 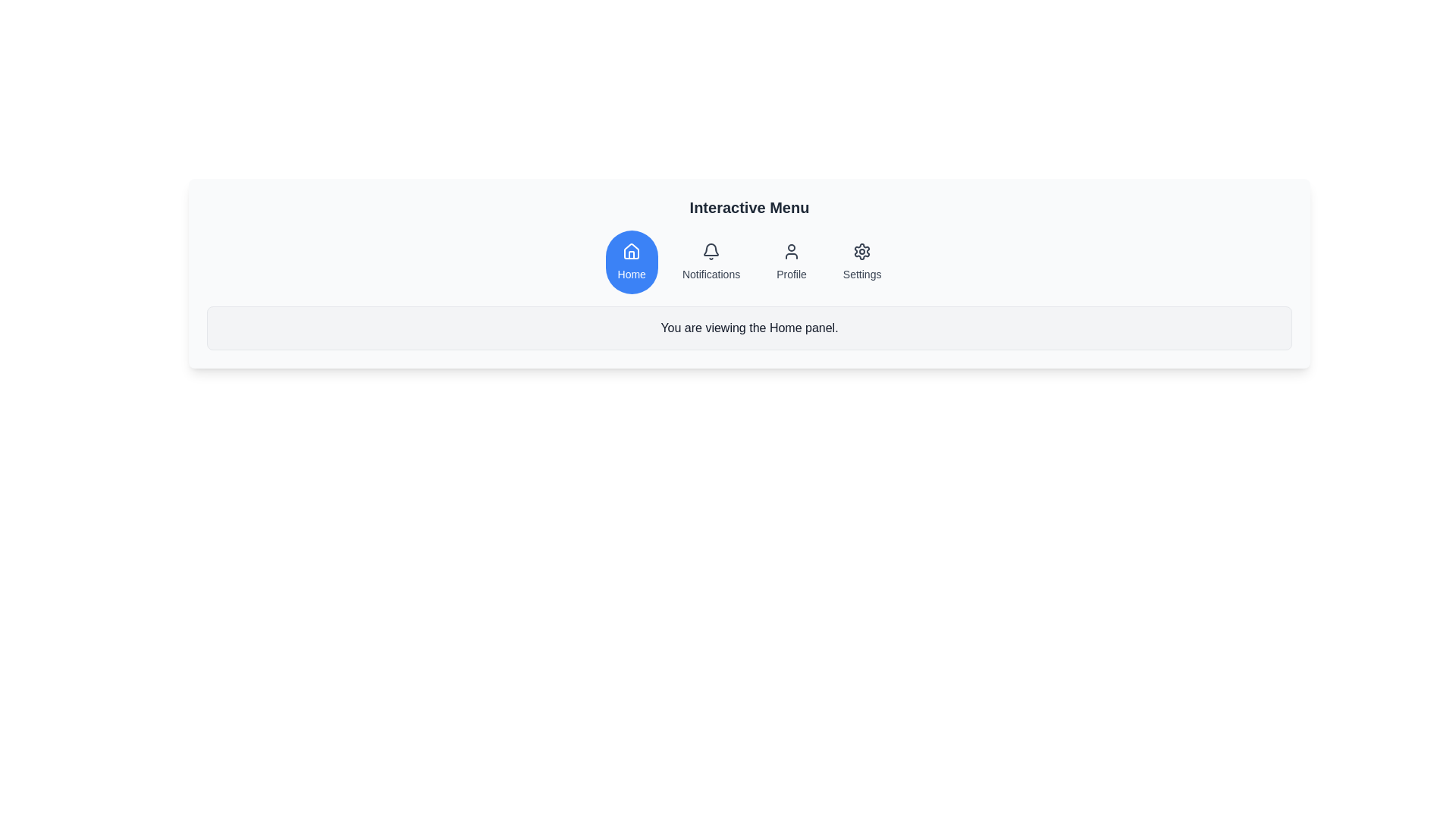 I want to click on the horizontal rectangular notification box displaying the message 'You are viewing the Home panel.' which has a light gray background and dark gray text, so click(x=749, y=327).